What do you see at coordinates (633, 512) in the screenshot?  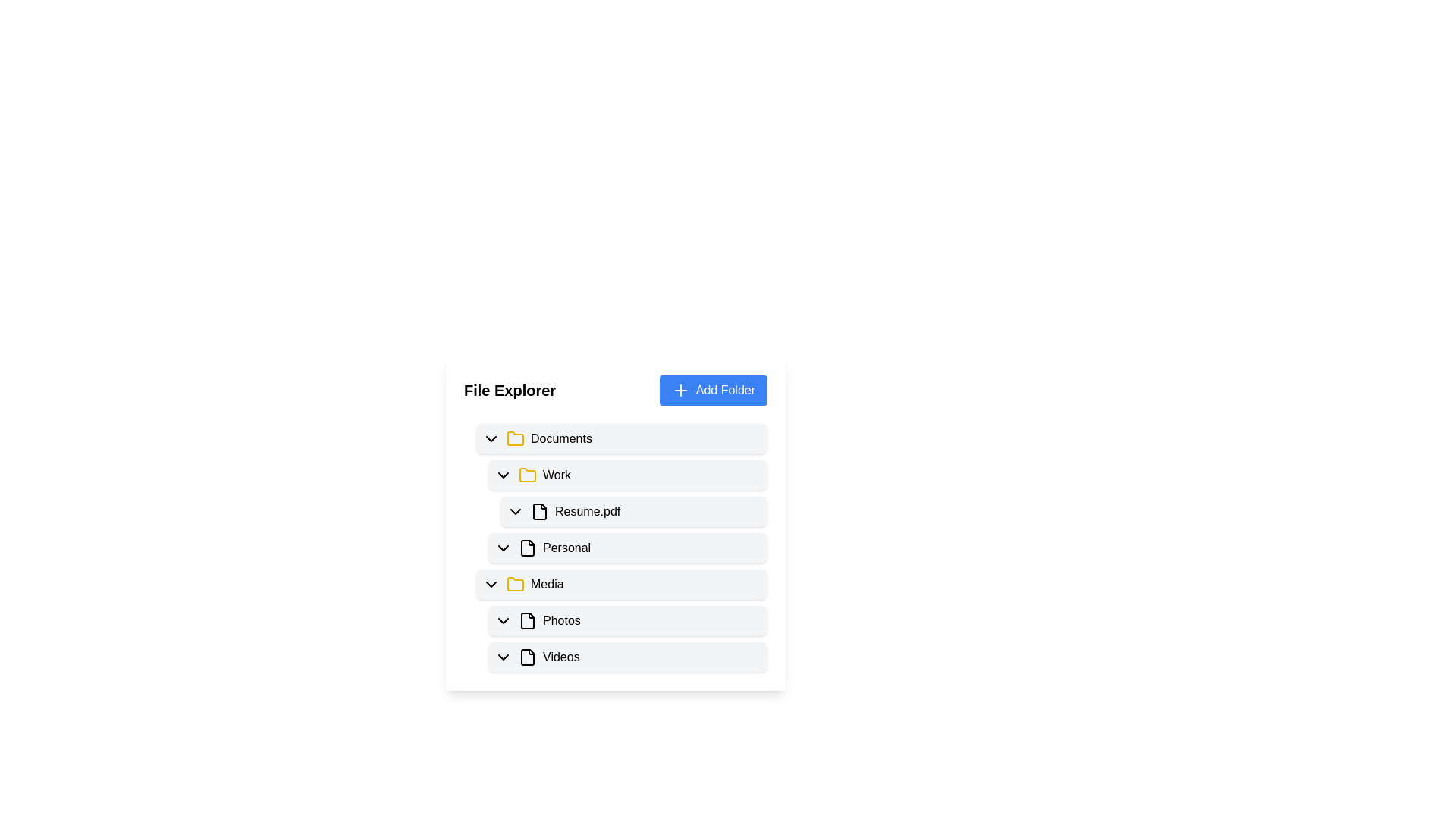 I see `the third file item labeled 'Resume.pdf' within the 'Work' folder in the file explorer` at bounding box center [633, 512].